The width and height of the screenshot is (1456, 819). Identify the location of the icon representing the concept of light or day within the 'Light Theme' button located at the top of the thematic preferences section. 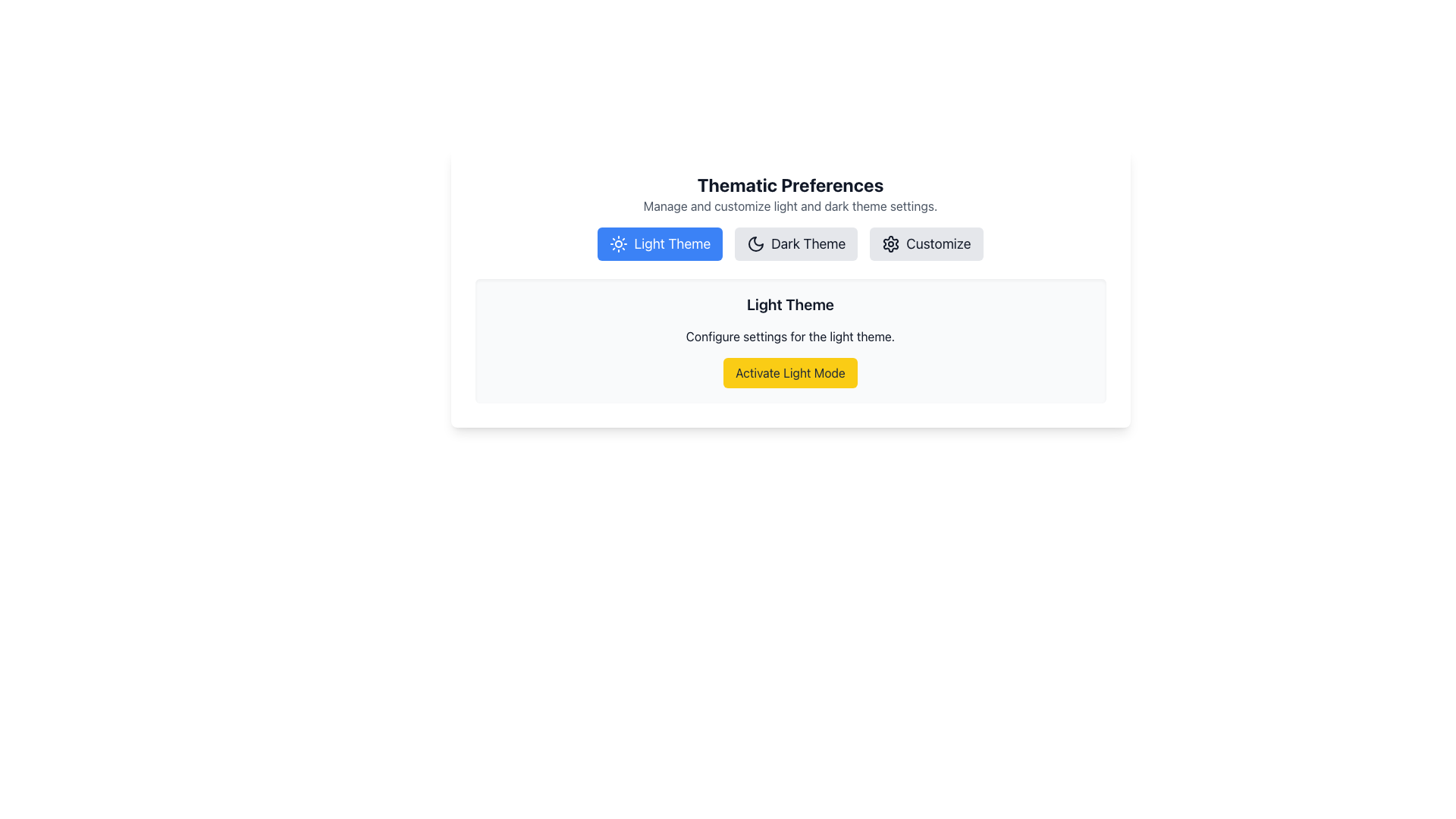
(619, 243).